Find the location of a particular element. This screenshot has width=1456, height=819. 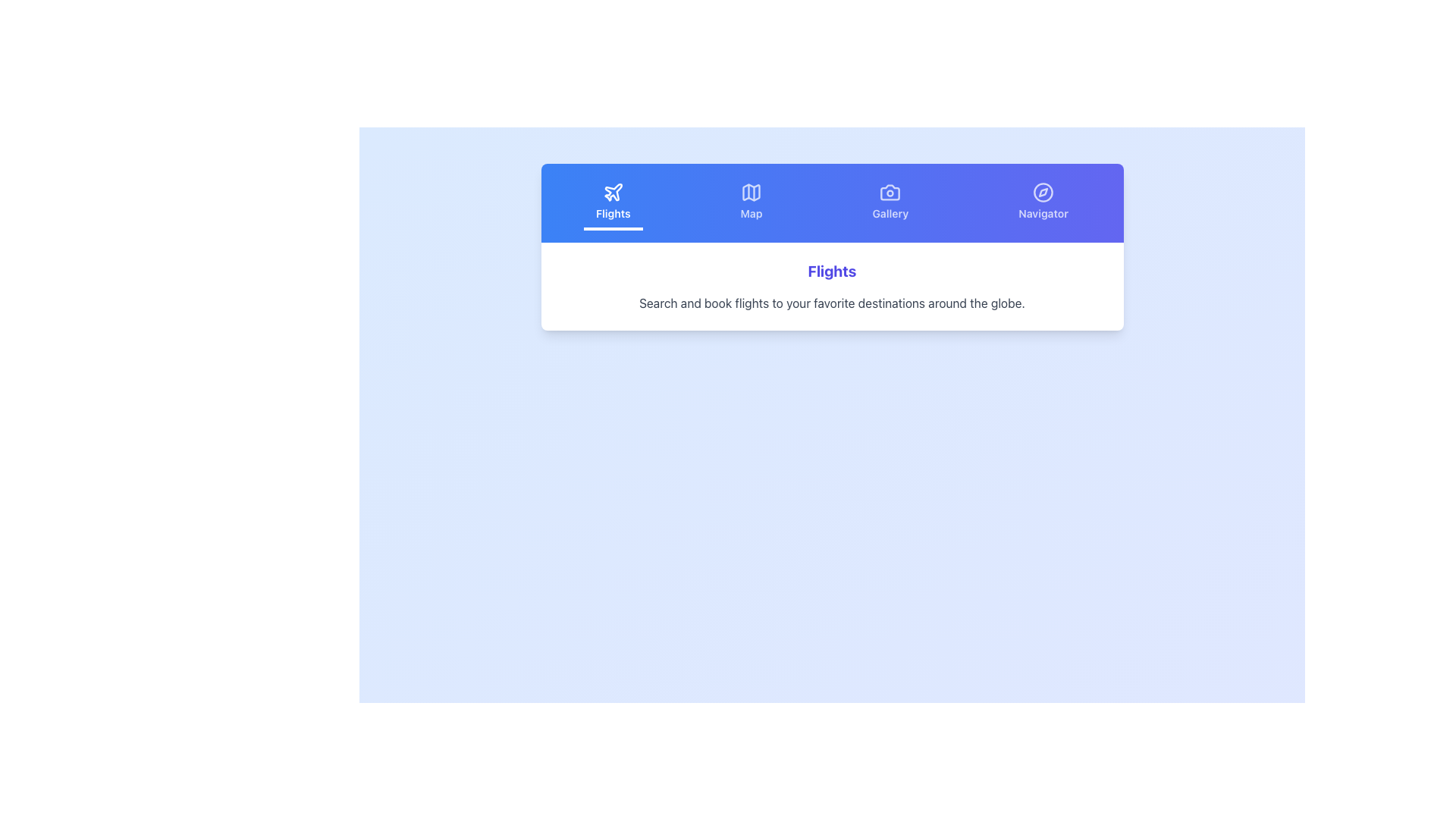

the 'Flights' icon in the navigation bar at the top of the content area, which is the first icon in the row of navigational tabs is located at coordinates (613, 191).